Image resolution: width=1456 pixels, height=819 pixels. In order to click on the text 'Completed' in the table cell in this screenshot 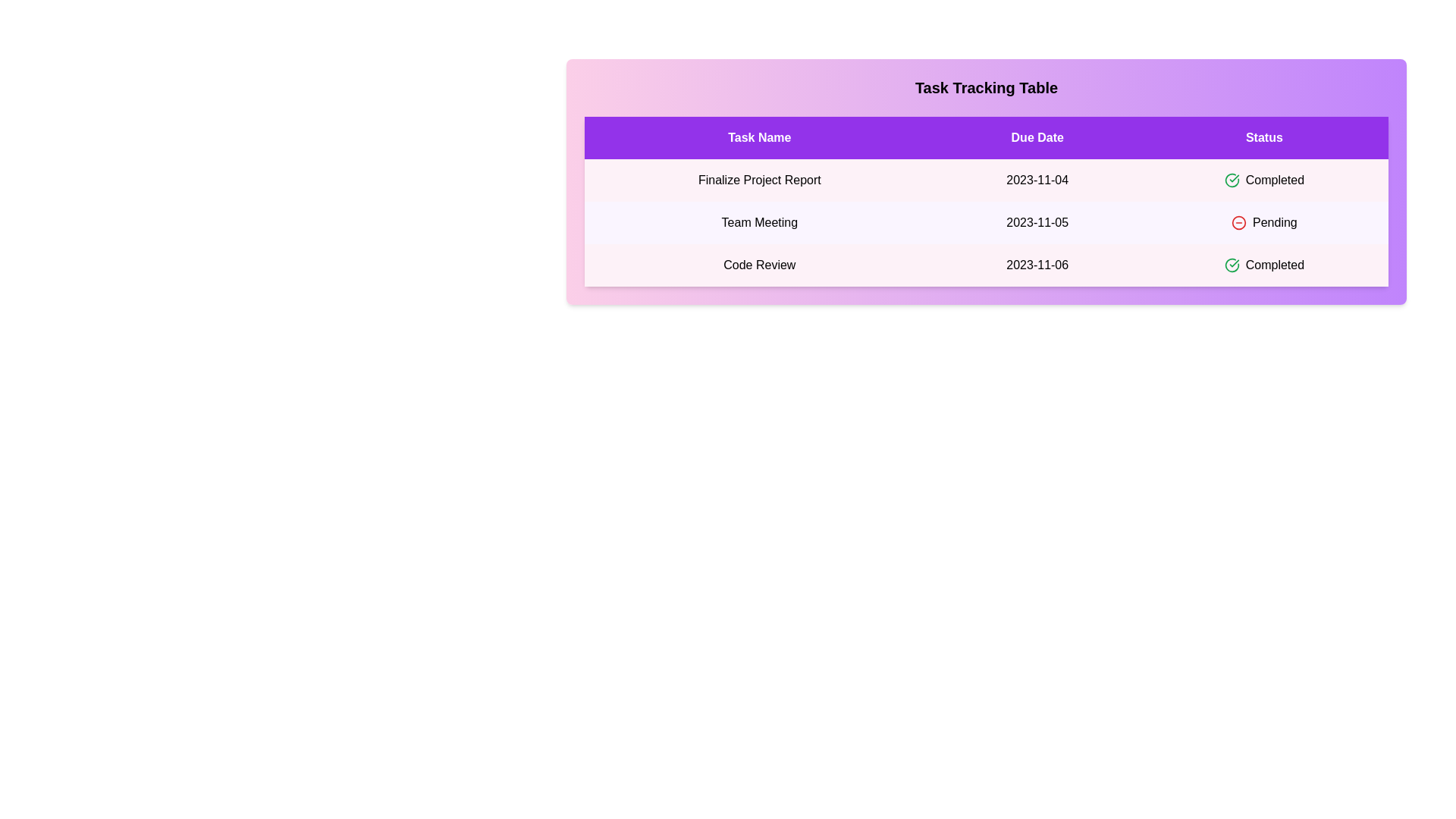, I will do `click(1264, 180)`.